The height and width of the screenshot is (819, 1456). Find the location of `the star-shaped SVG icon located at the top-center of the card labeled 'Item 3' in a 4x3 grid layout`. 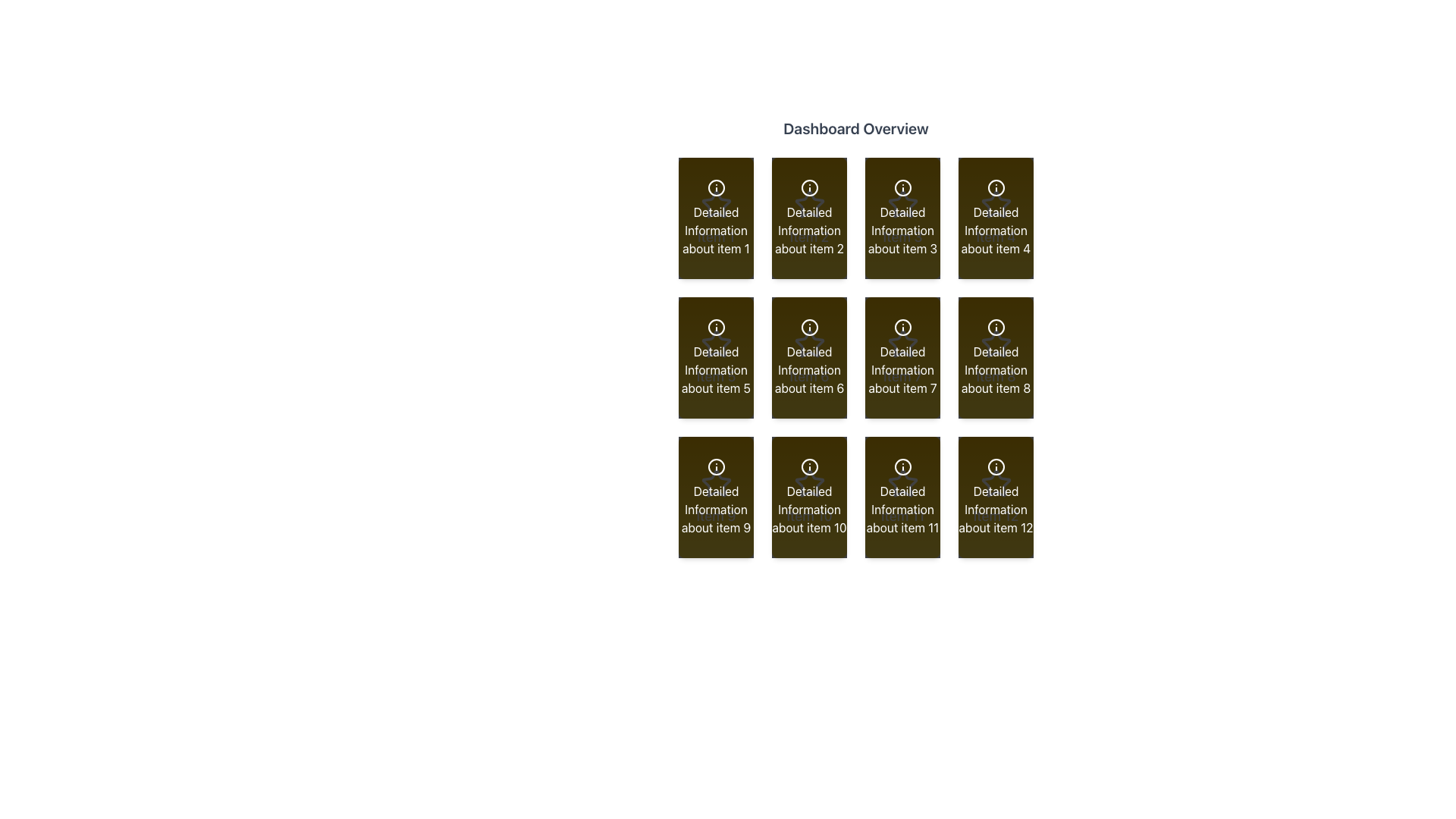

the star-shaped SVG icon located at the top-center of the card labeled 'Item 3' in a 4x3 grid layout is located at coordinates (902, 205).